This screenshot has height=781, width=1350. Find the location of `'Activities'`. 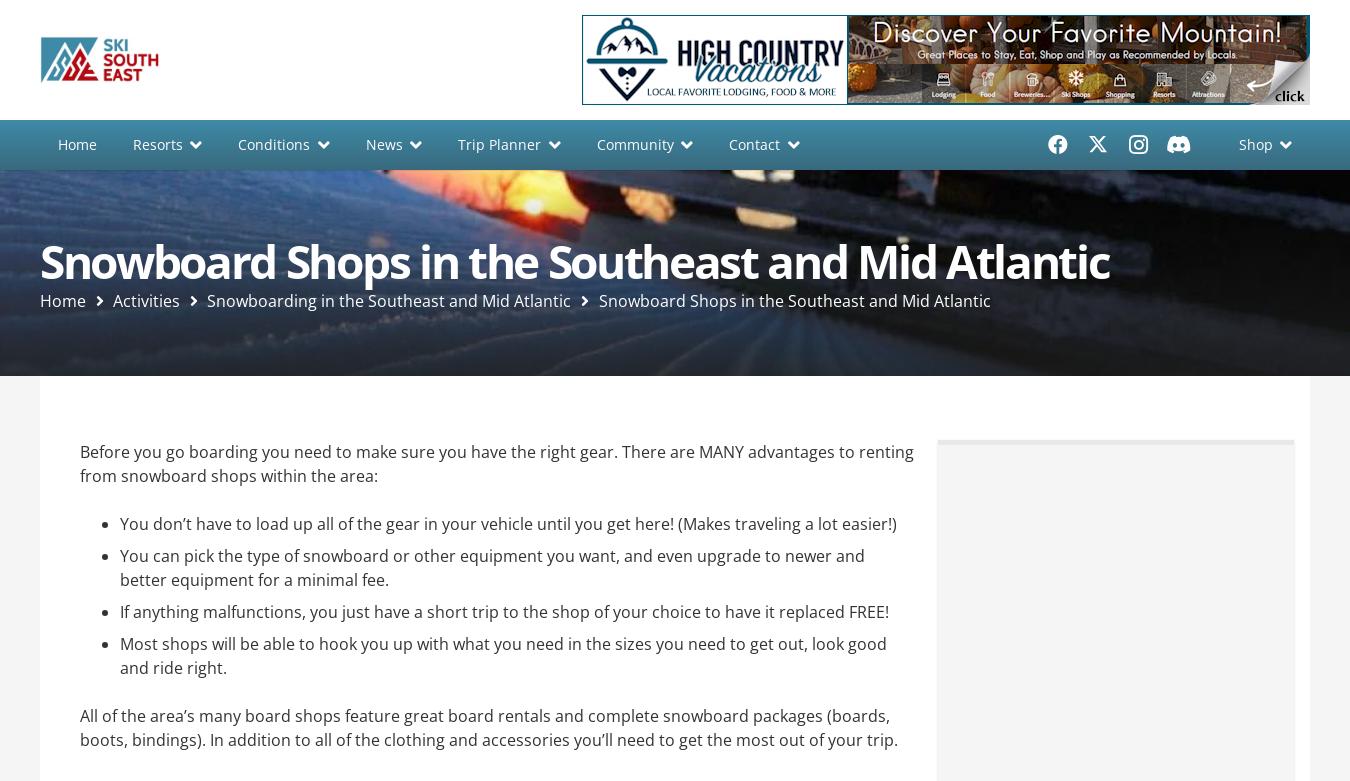

'Activities' is located at coordinates (146, 299).